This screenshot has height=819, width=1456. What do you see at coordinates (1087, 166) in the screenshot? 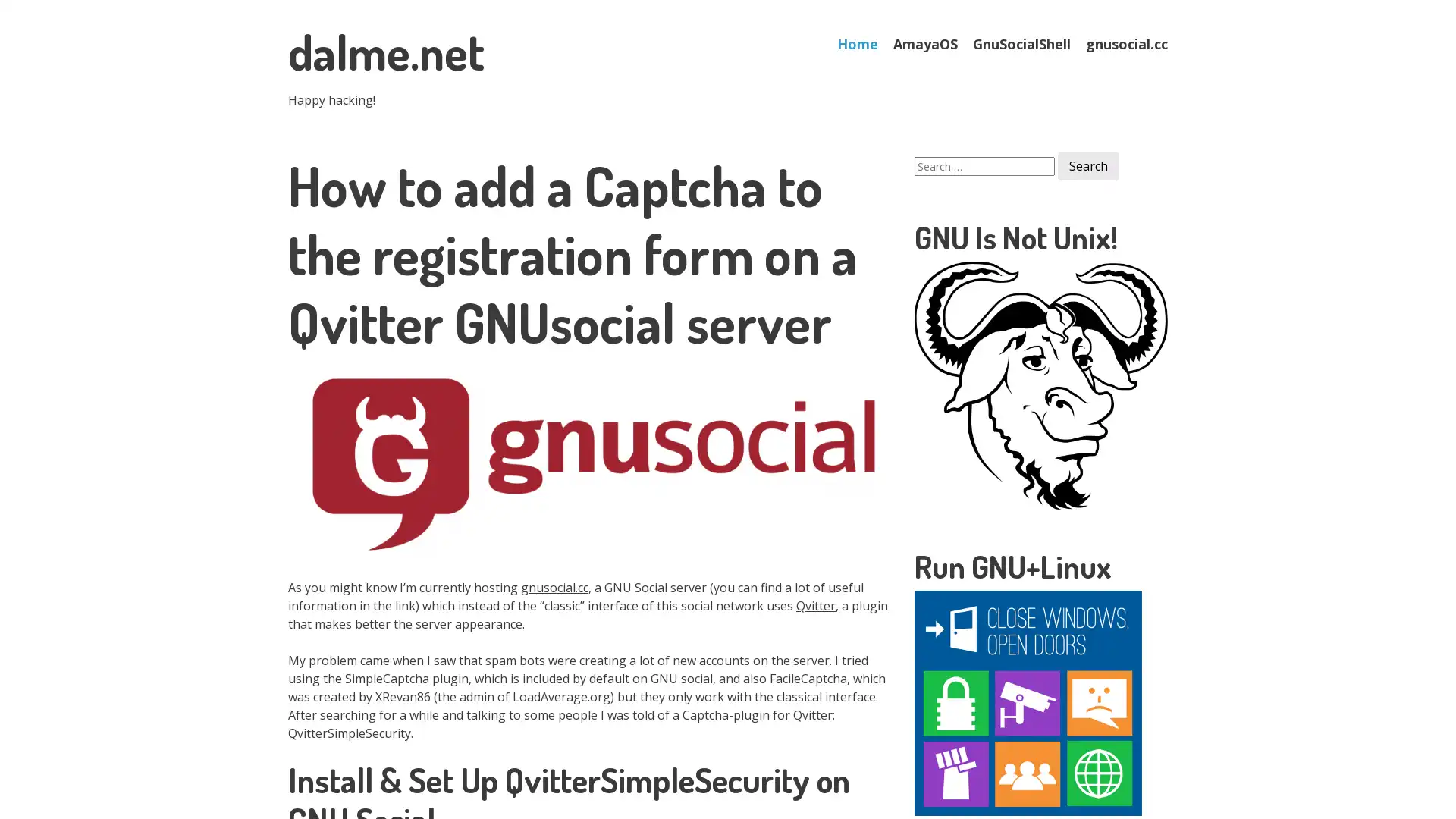
I see `Search` at bounding box center [1087, 166].